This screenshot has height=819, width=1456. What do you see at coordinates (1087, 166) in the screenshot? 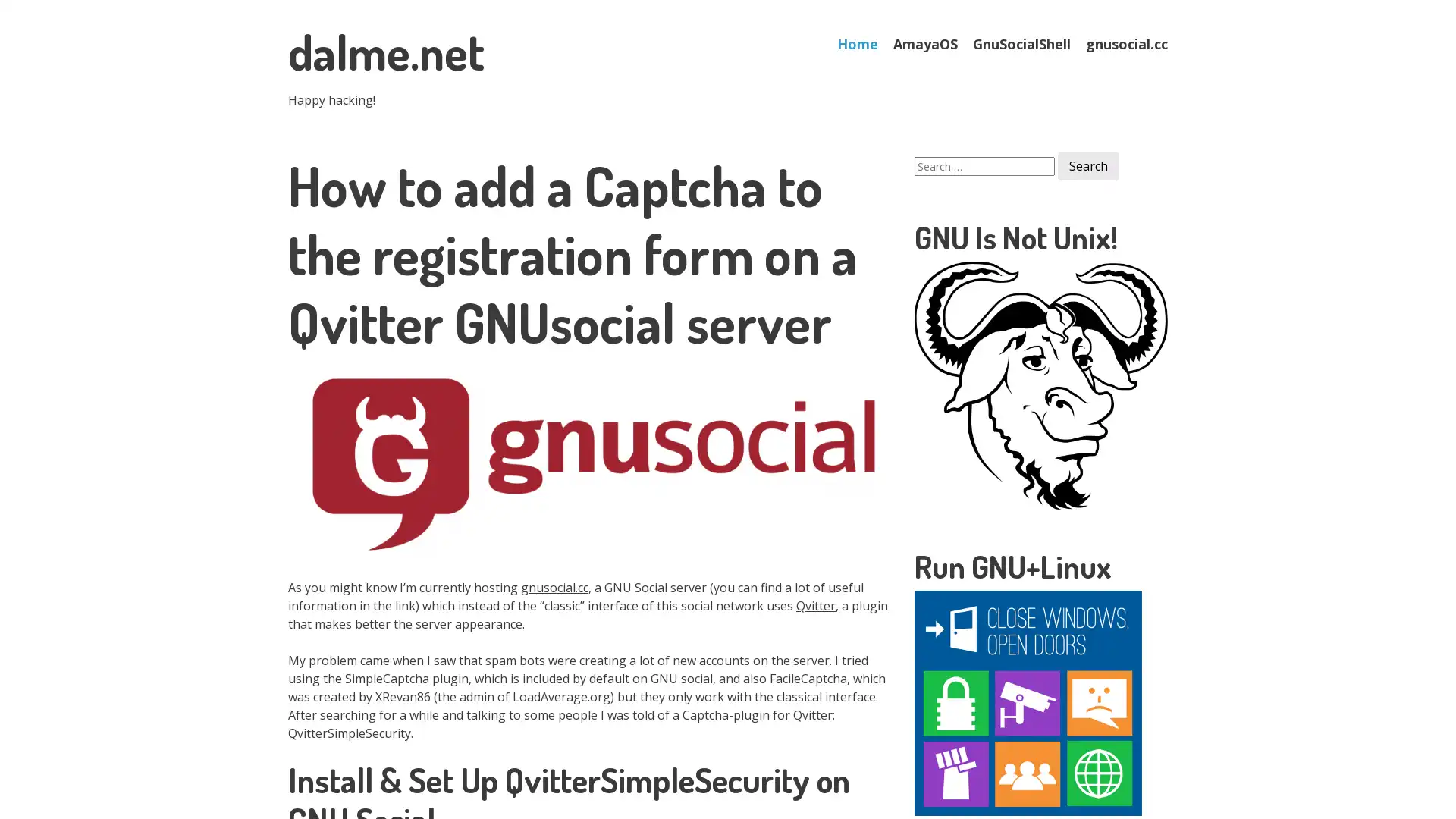
I see `Search` at bounding box center [1087, 166].